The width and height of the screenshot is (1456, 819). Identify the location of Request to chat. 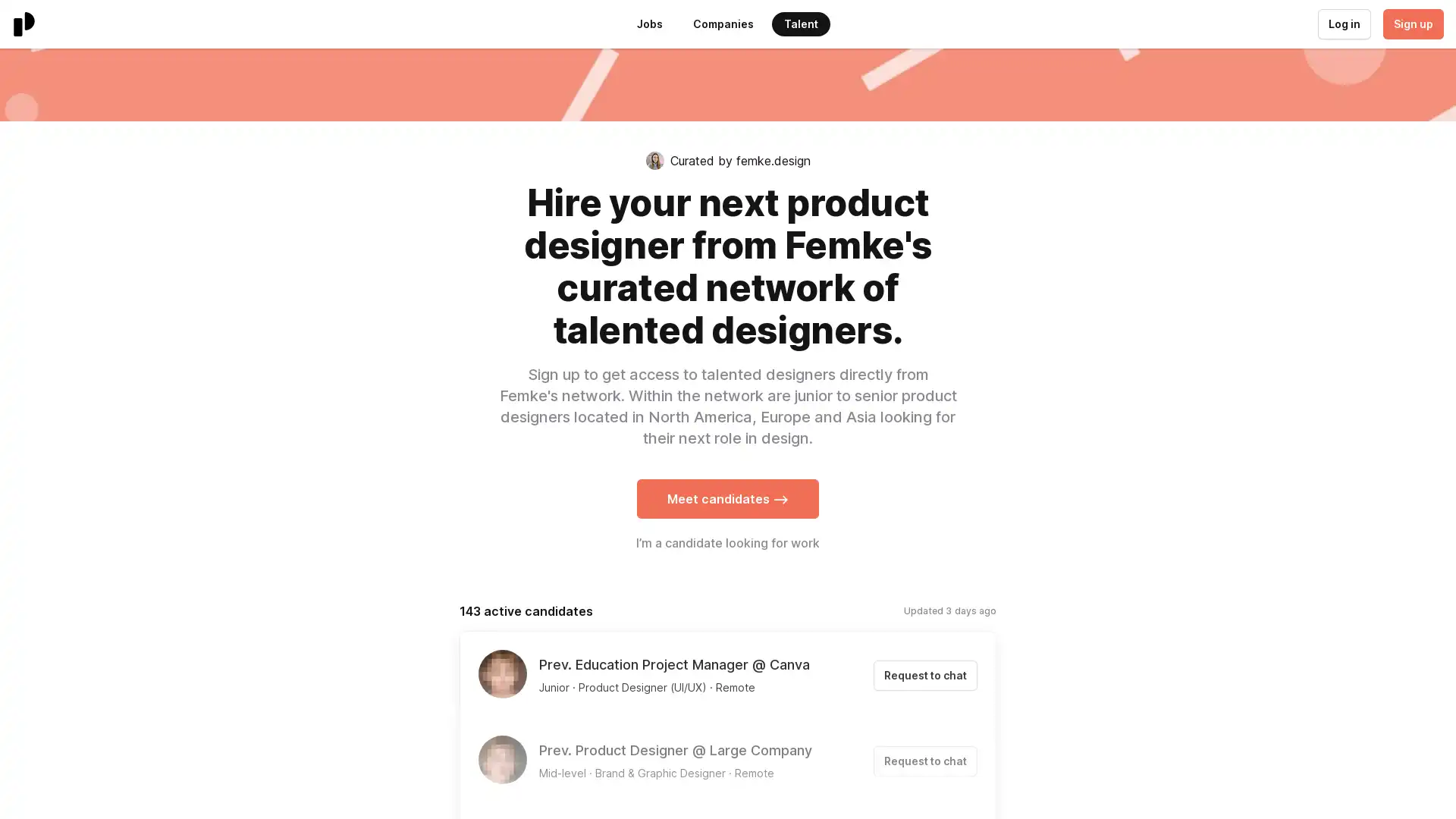
(924, 675).